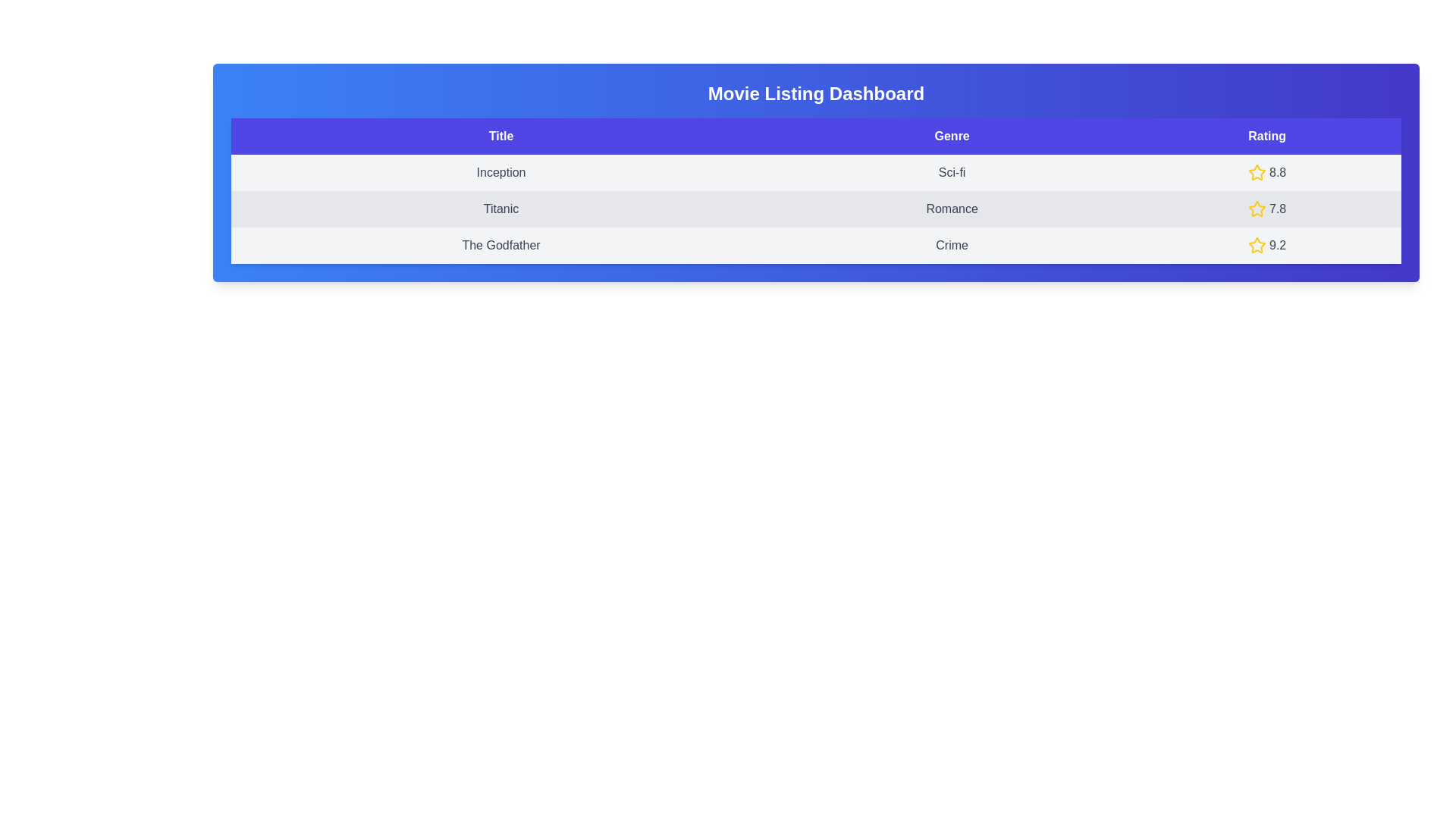 This screenshot has width=1456, height=819. Describe the element at coordinates (1257, 245) in the screenshot. I see `the star icon in the third row of the 'Rating' column, which is located adjacent to the text '9.2'` at that location.